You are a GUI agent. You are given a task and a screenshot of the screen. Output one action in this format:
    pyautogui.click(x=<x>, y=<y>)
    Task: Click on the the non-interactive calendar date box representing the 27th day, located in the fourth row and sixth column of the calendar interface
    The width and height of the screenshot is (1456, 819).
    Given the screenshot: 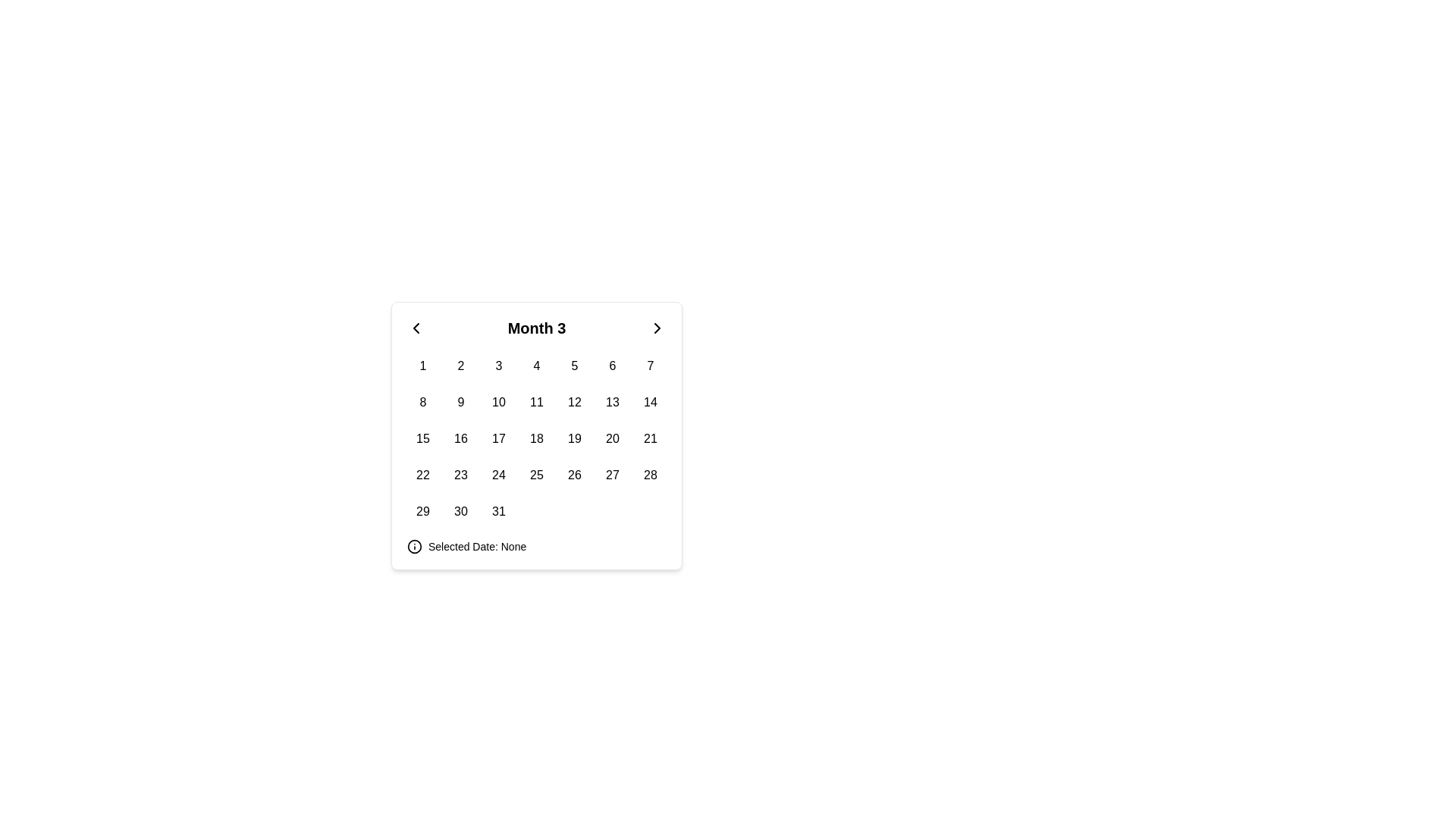 What is the action you would take?
    pyautogui.click(x=612, y=475)
    